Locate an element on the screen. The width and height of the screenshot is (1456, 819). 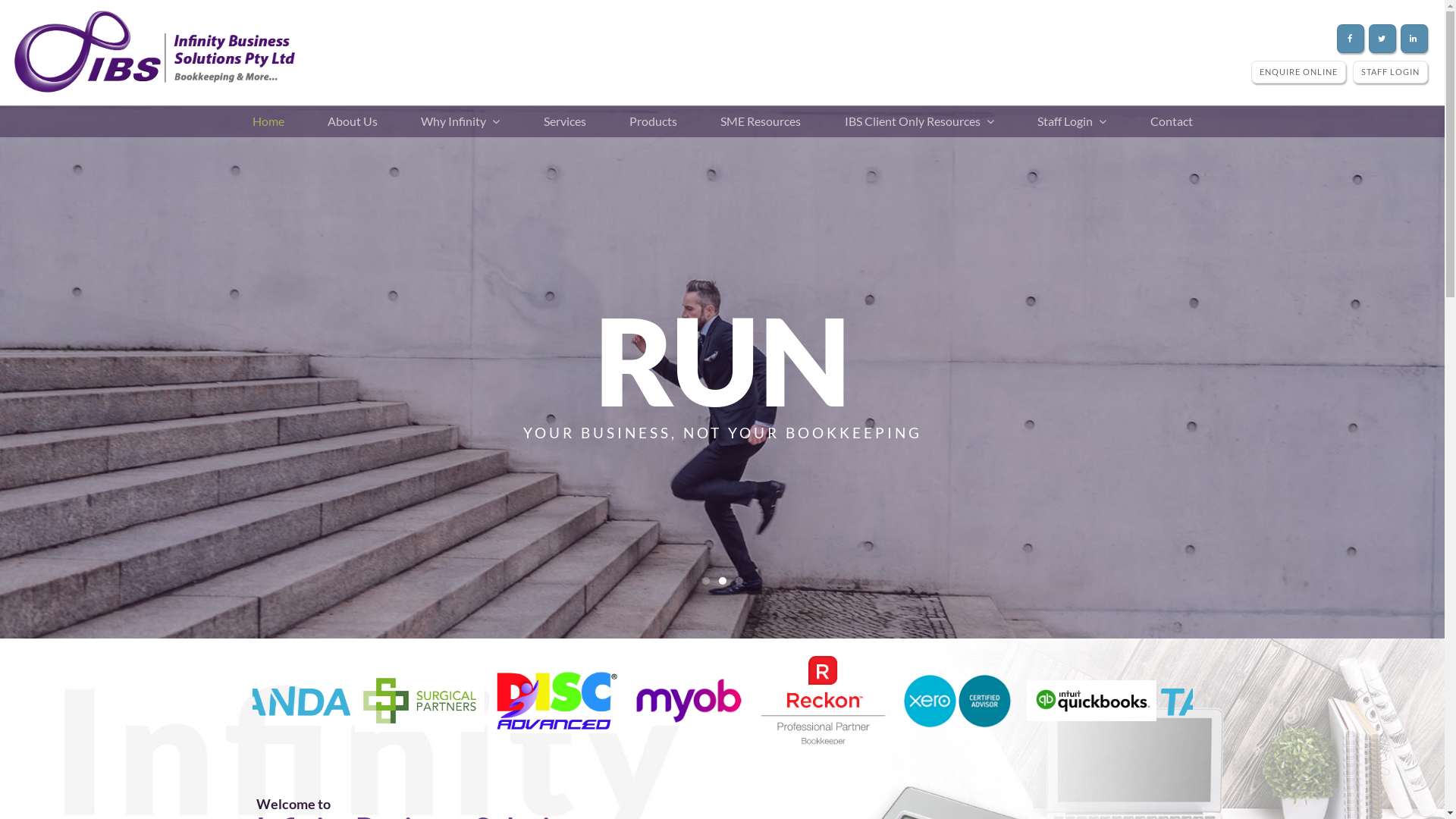
'Products' is located at coordinates (653, 120).